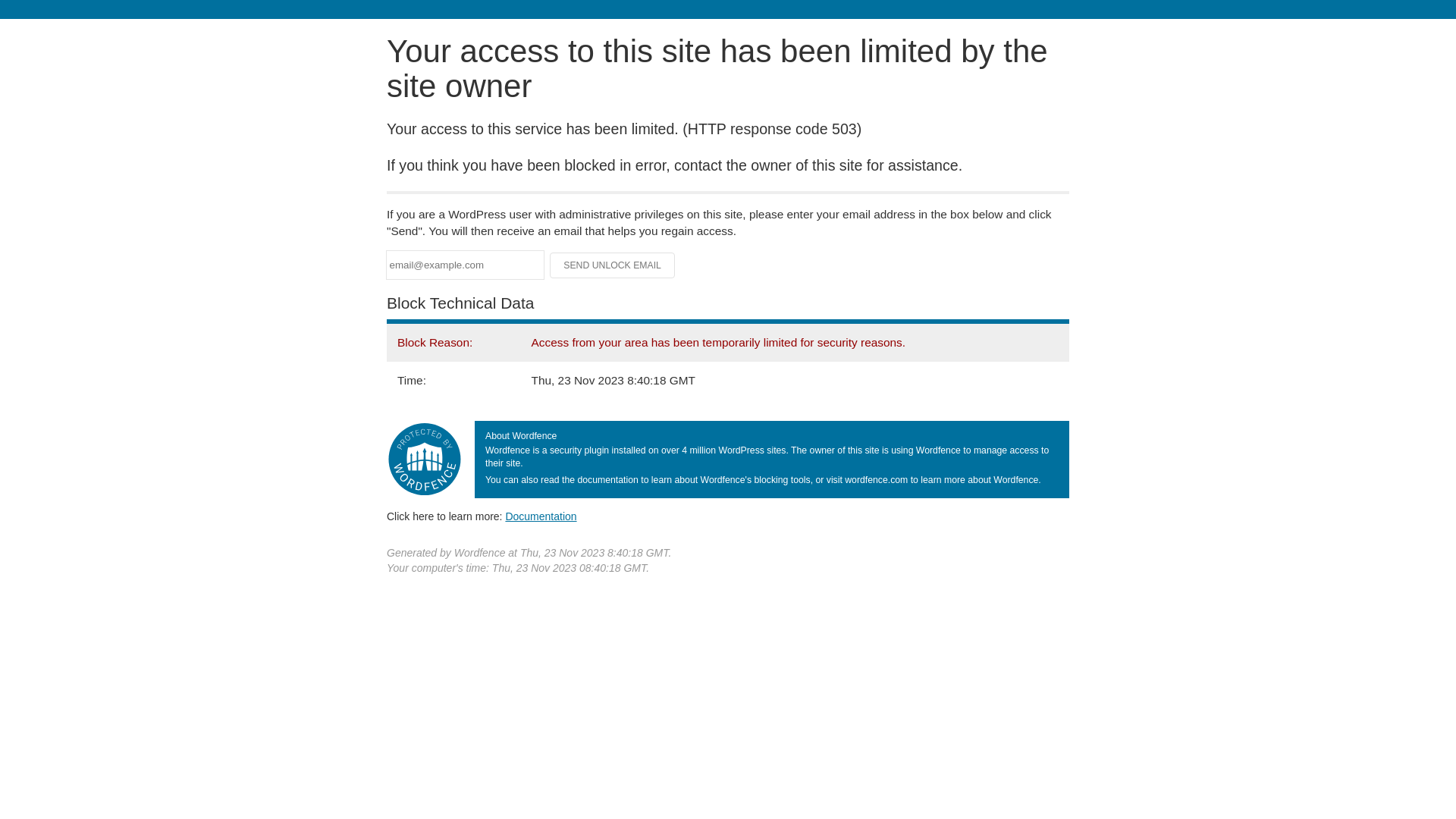 The height and width of the screenshot is (819, 1456). I want to click on 'Send Unlock Email', so click(548, 265).